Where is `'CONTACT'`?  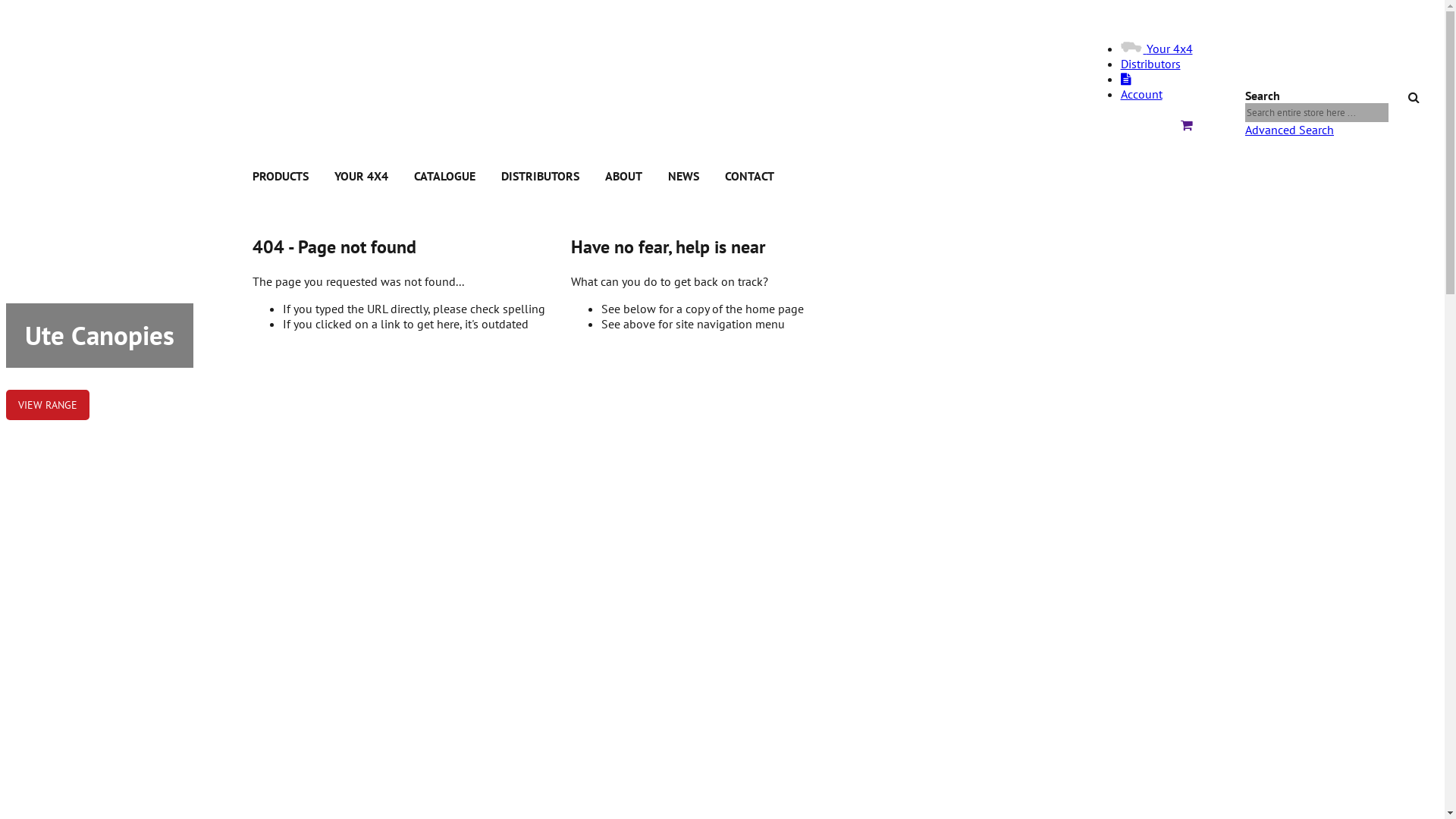 'CONTACT' is located at coordinates (749, 175).